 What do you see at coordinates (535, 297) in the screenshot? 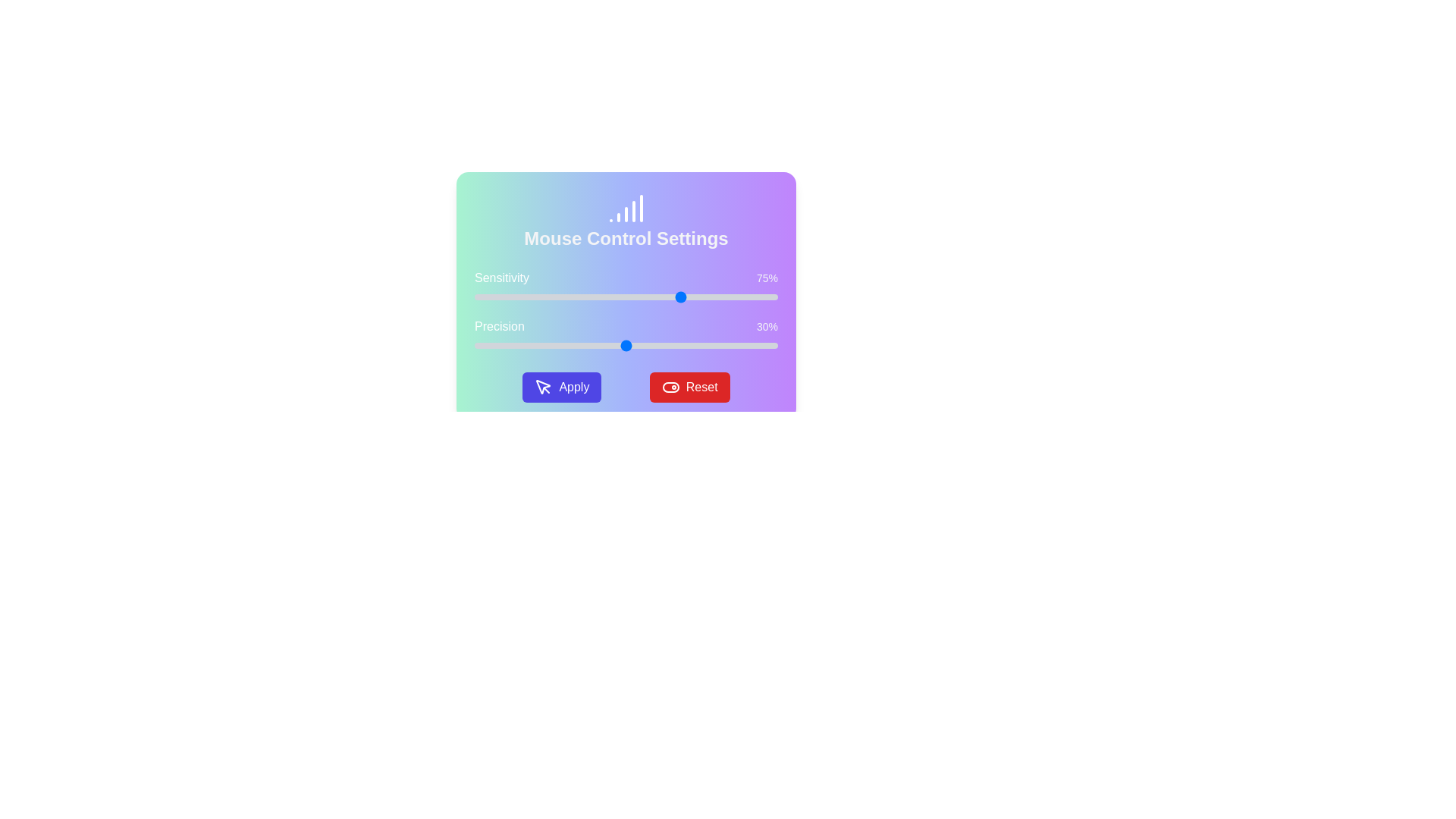
I see `the sensitivity` at bounding box center [535, 297].